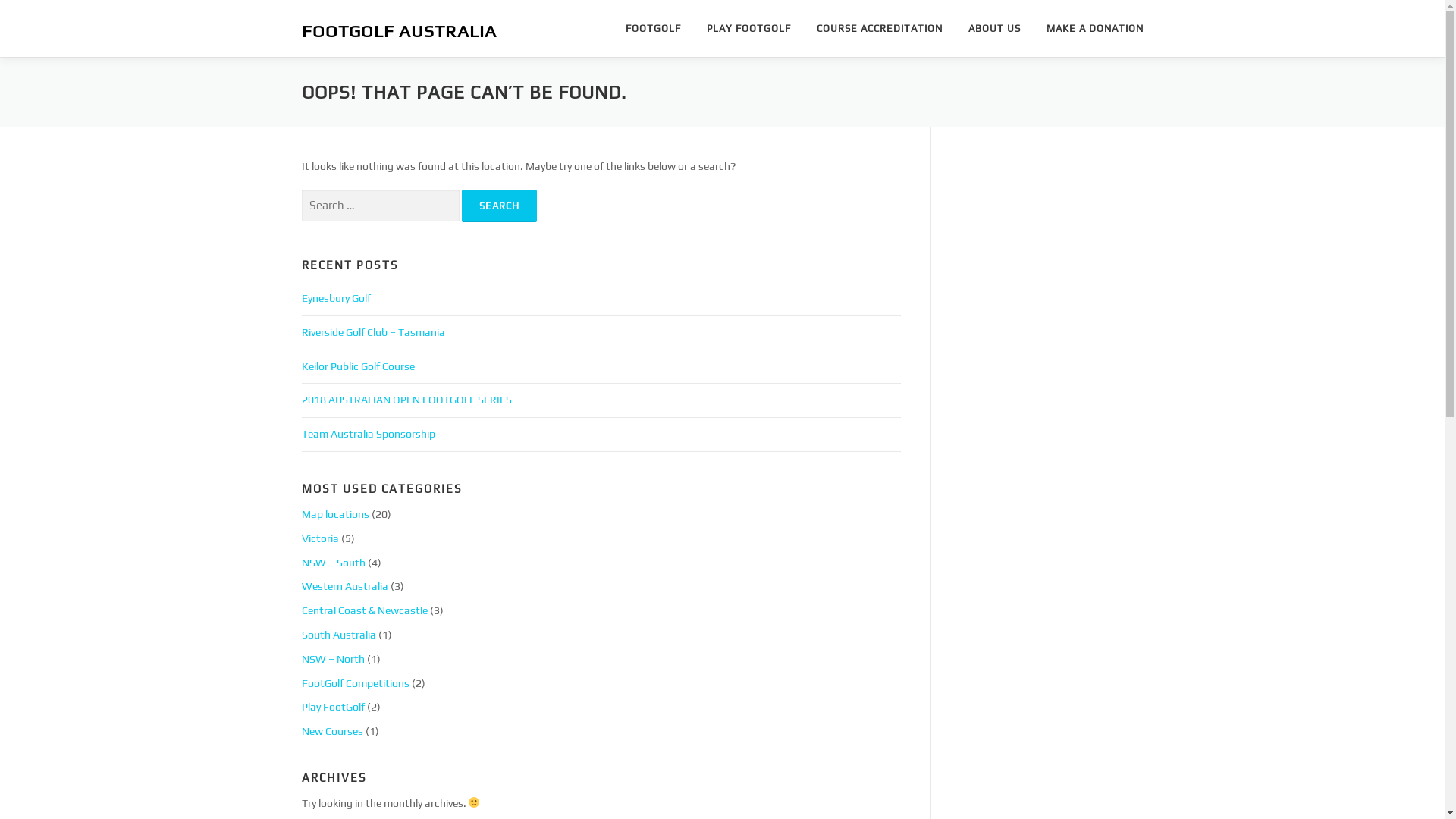 The height and width of the screenshot is (819, 1456). Describe the element at coordinates (880, 28) in the screenshot. I see `'COURSE ACCREDITATION'` at that location.